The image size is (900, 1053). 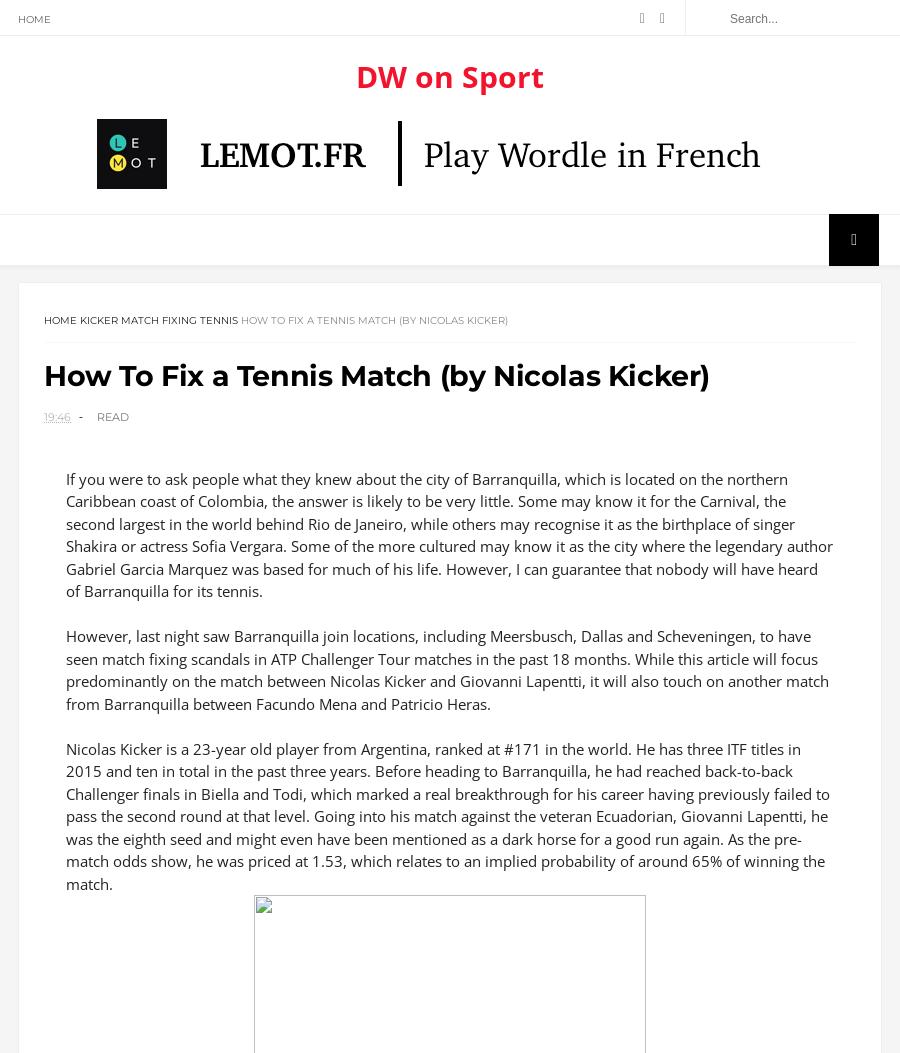 What do you see at coordinates (448, 822) in the screenshot?
I see `'Nicolas Kicker is a 23-year old player from Argentina, ranked at #171 in the world. He has three ITF titles in 2015 and ten in total in the past three years. Before heading to Barranquilla, he had reached back-to-back Challenger finals in Biella and Todi, which marked a real breakthrough for his career having previously failed to pass the second round at that level. Going into his match against the veteran Ecuadorian, Giovanni Lapentti, he was the eighth seed and might even have been mentioned as a dark horse for a good run again. As the pre-match odds show, he was priced at 1.53, which relates to an implied probability of around 65% of winning the match.'` at bounding box center [448, 822].